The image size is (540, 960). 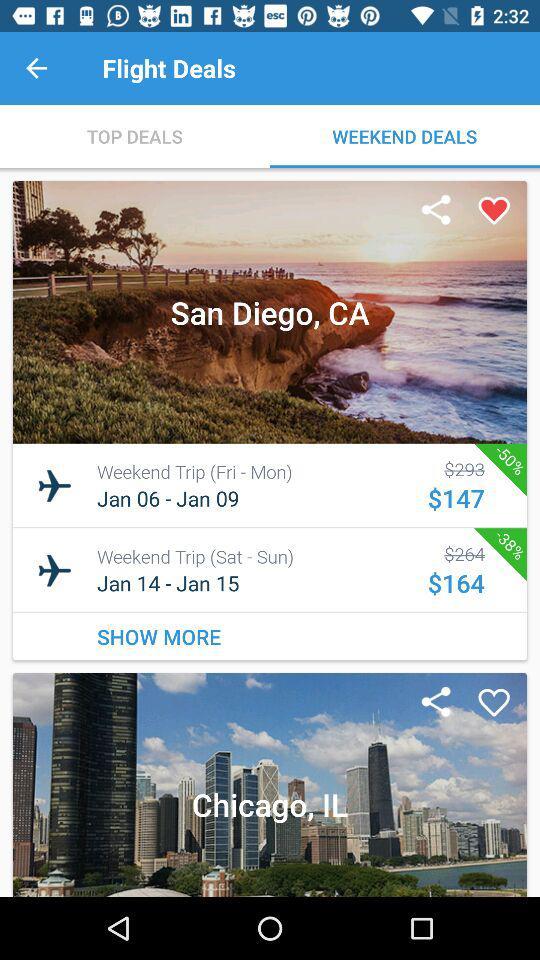 What do you see at coordinates (270, 635) in the screenshot?
I see `the text show more which is above the image` at bounding box center [270, 635].